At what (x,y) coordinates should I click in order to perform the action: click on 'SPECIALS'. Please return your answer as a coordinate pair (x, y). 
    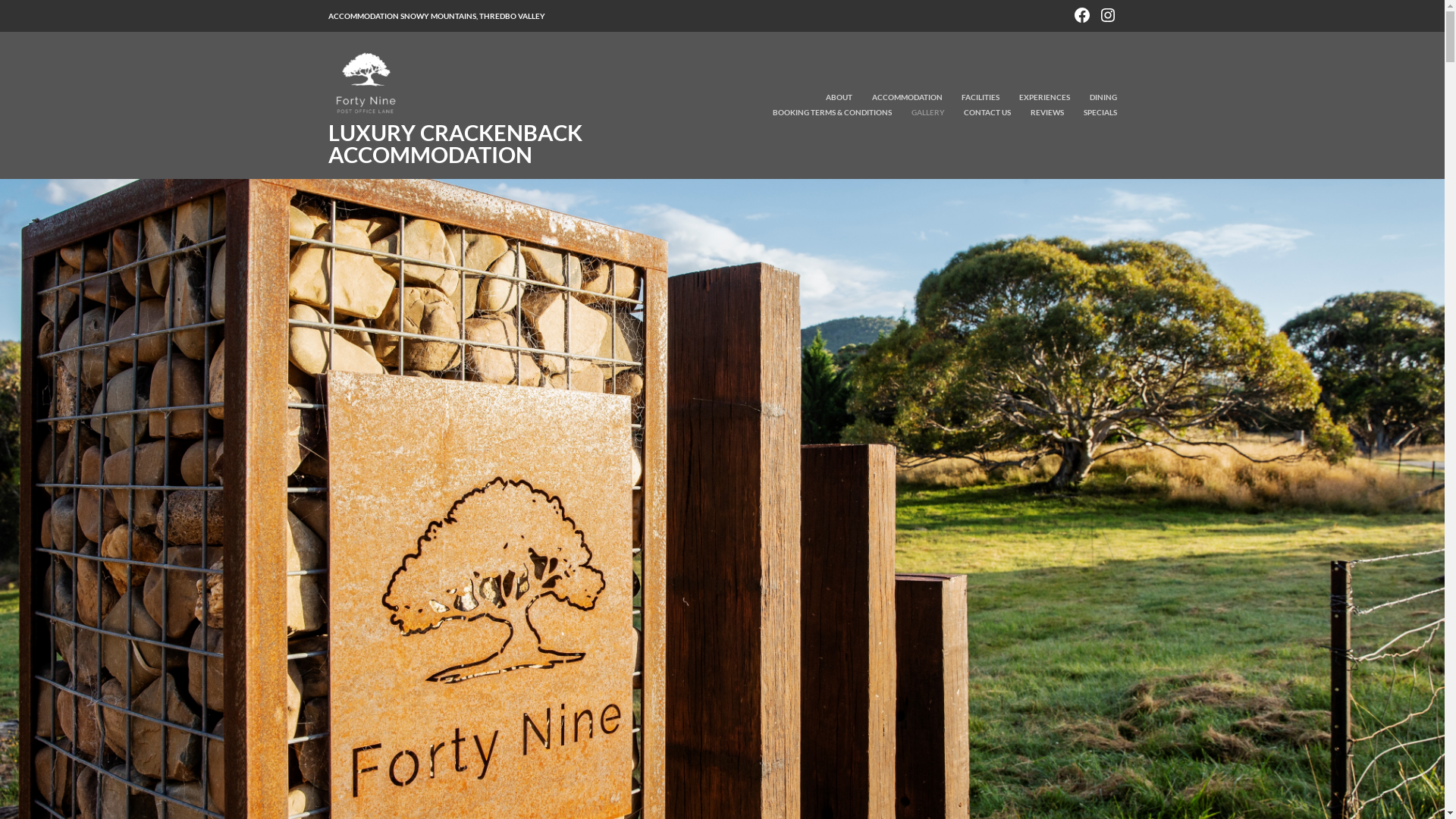
    Looking at the image, I should click on (1065, 112).